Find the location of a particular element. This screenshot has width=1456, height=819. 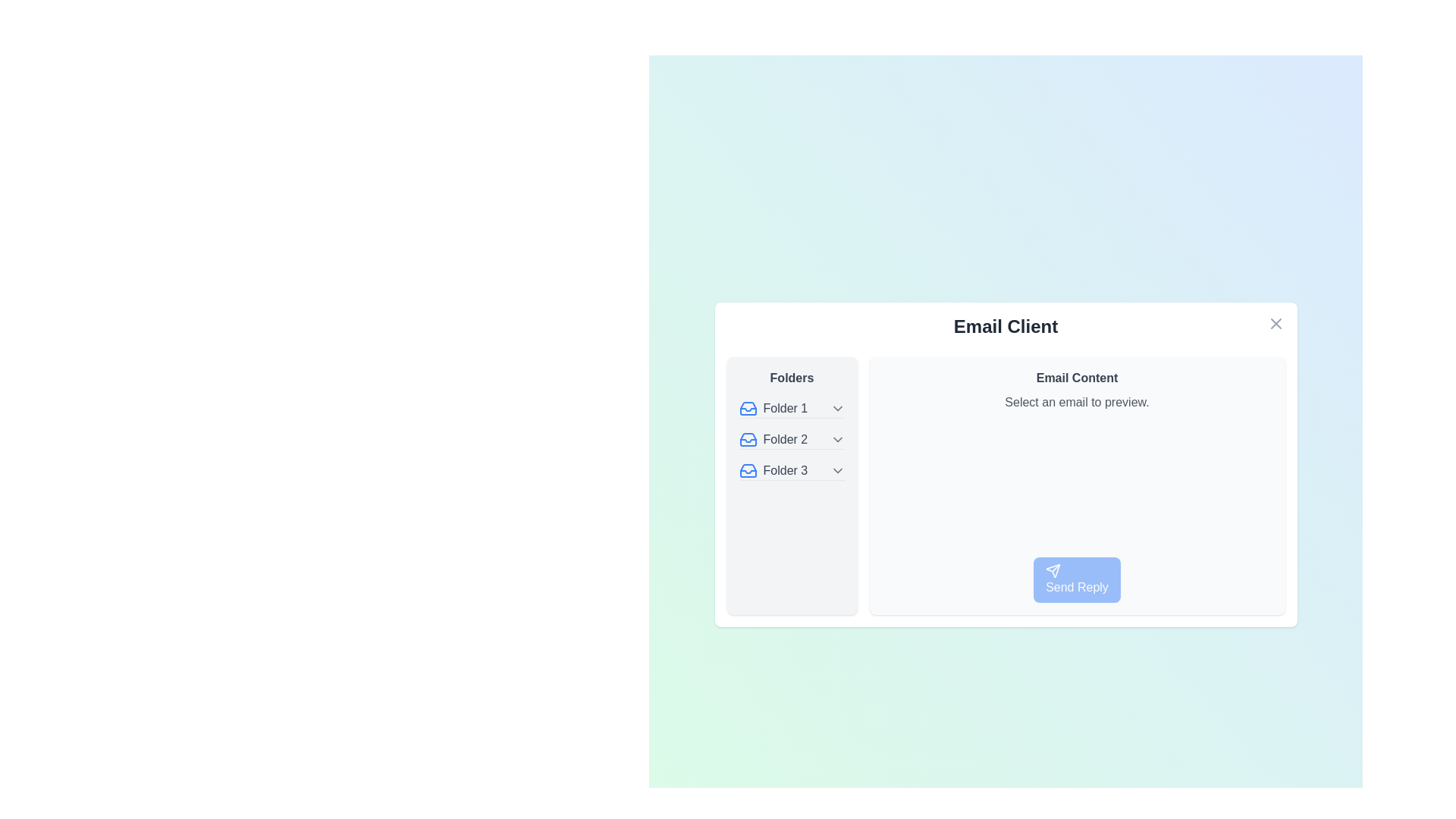

the text label that serves as a heading for the list of folders in the left panel of the email client interface is located at coordinates (791, 377).